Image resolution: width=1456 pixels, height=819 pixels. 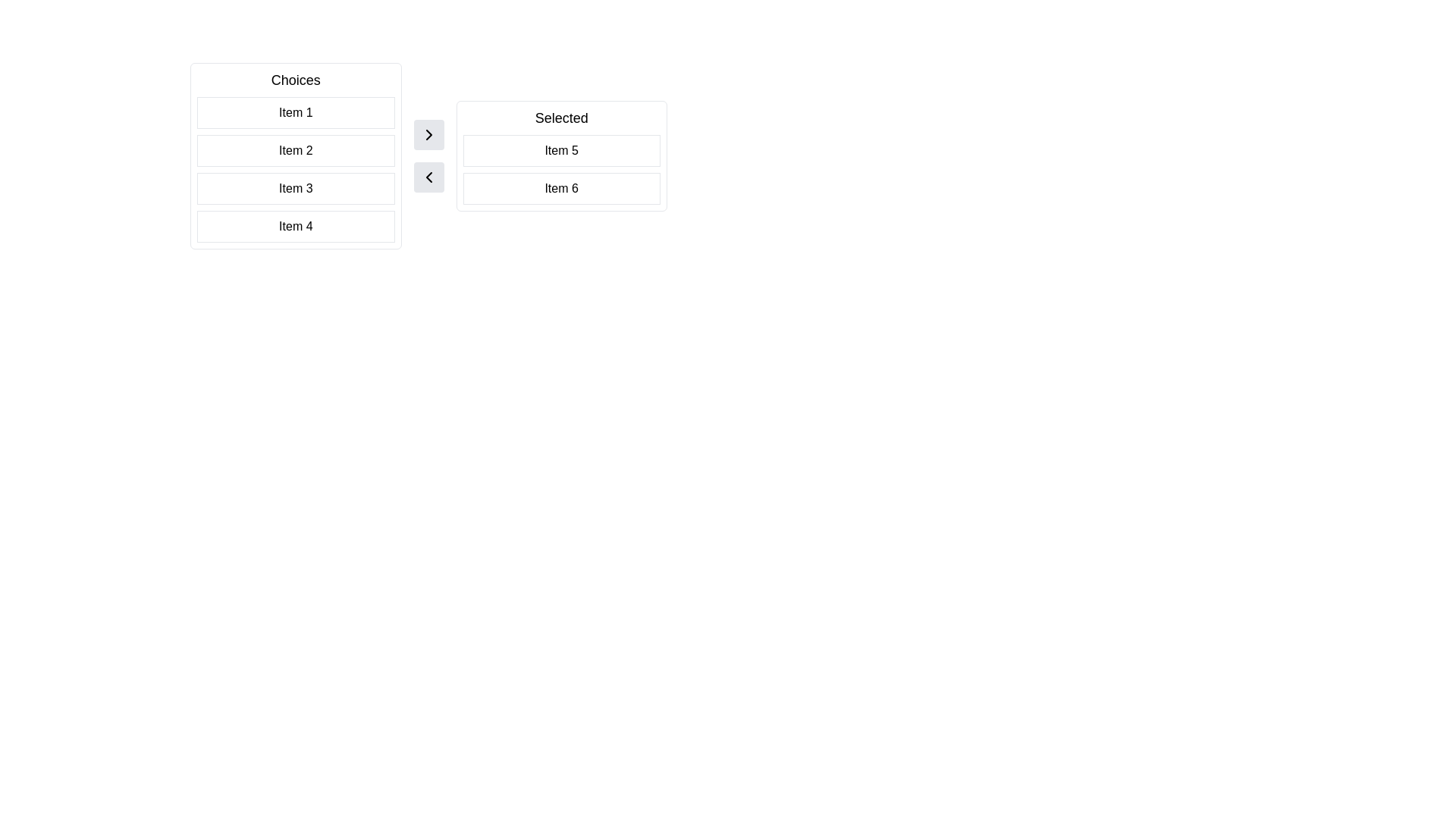 I want to click on the Chevron Right icon, which is a navigational control located between the 'Choices' and 'Selected' panels, so click(x=428, y=133).